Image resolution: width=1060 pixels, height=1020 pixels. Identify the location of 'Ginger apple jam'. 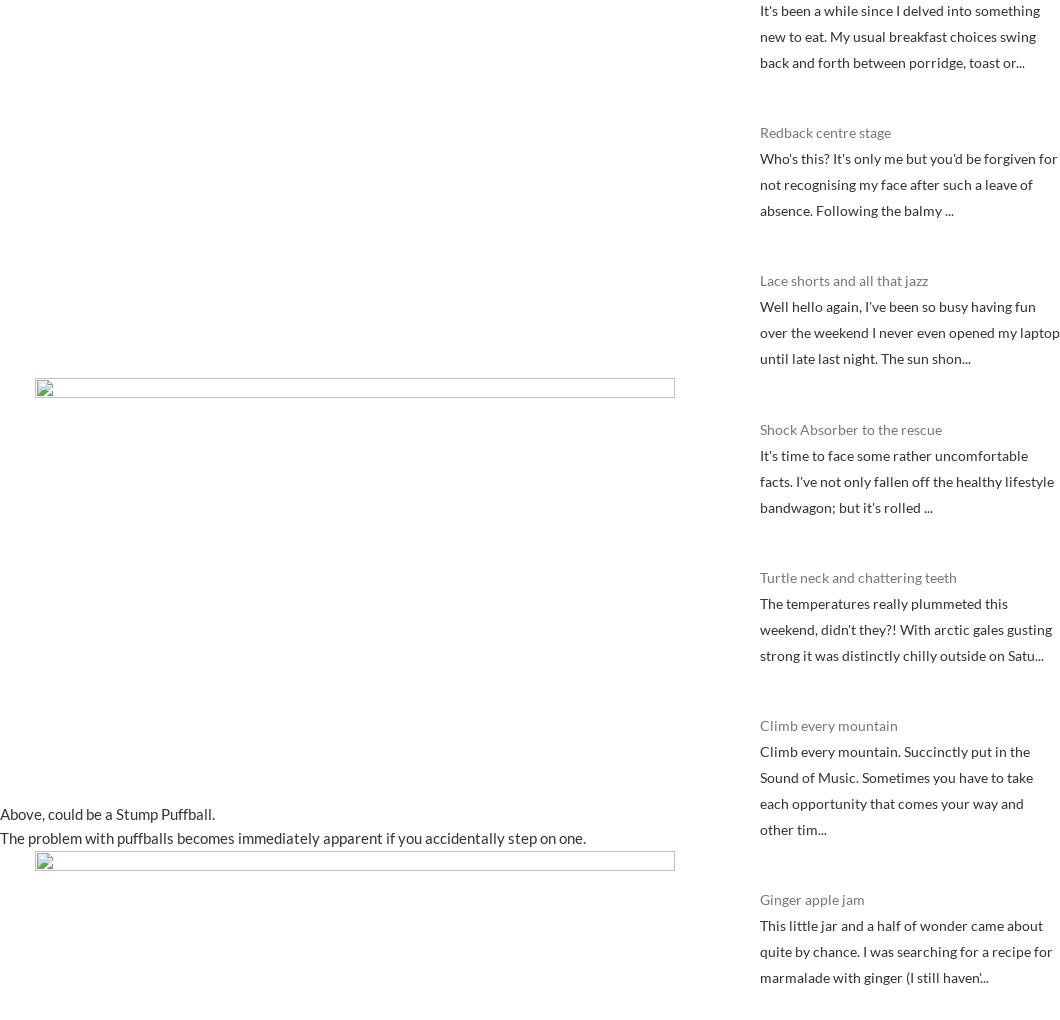
(812, 899).